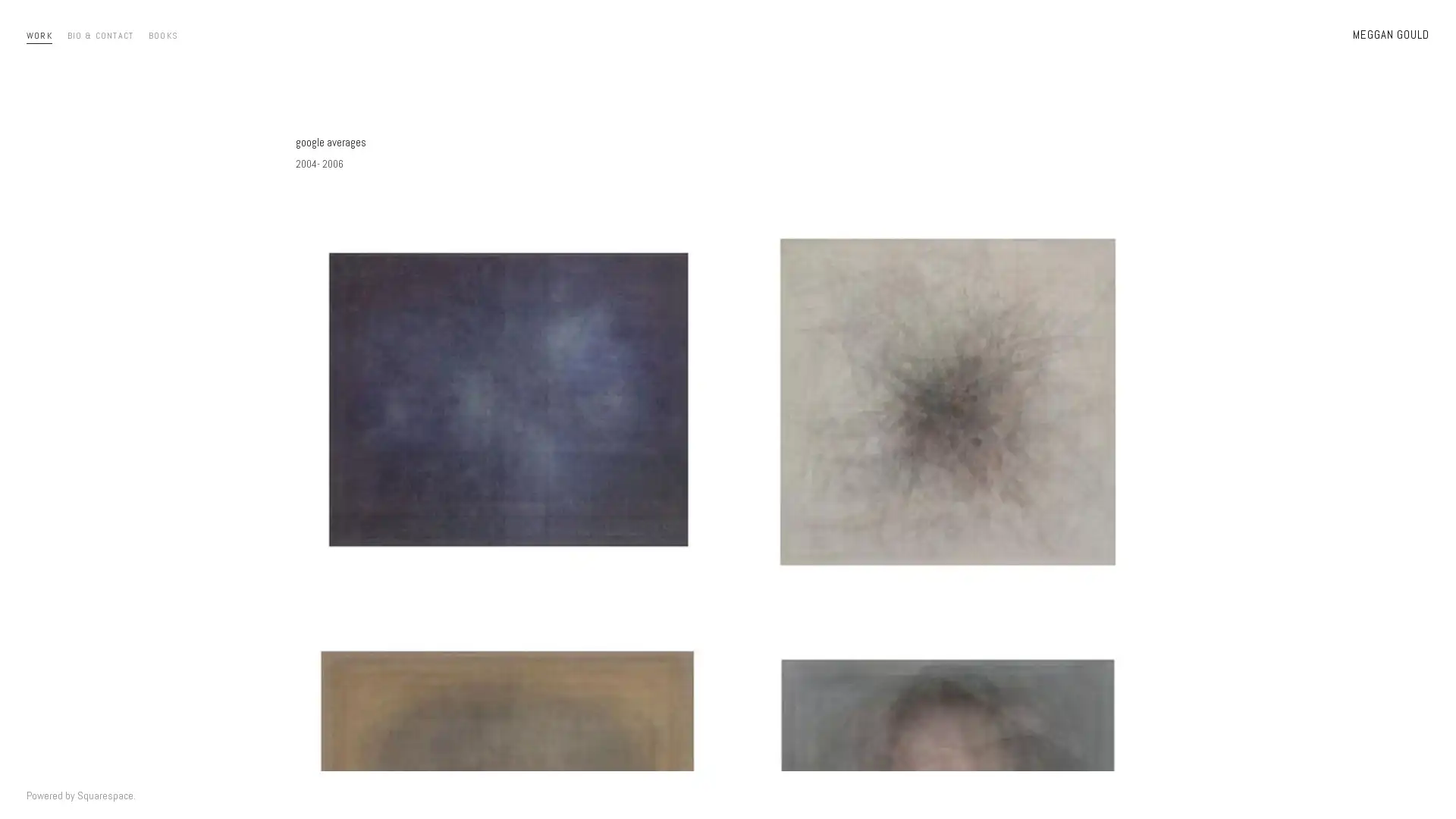 This screenshot has height=819, width=1456. What do you see at coordinates (508, 400) in the screenshot?
I see `View fullsize pleiades_average.jpg` at bounding box center [508, 400].